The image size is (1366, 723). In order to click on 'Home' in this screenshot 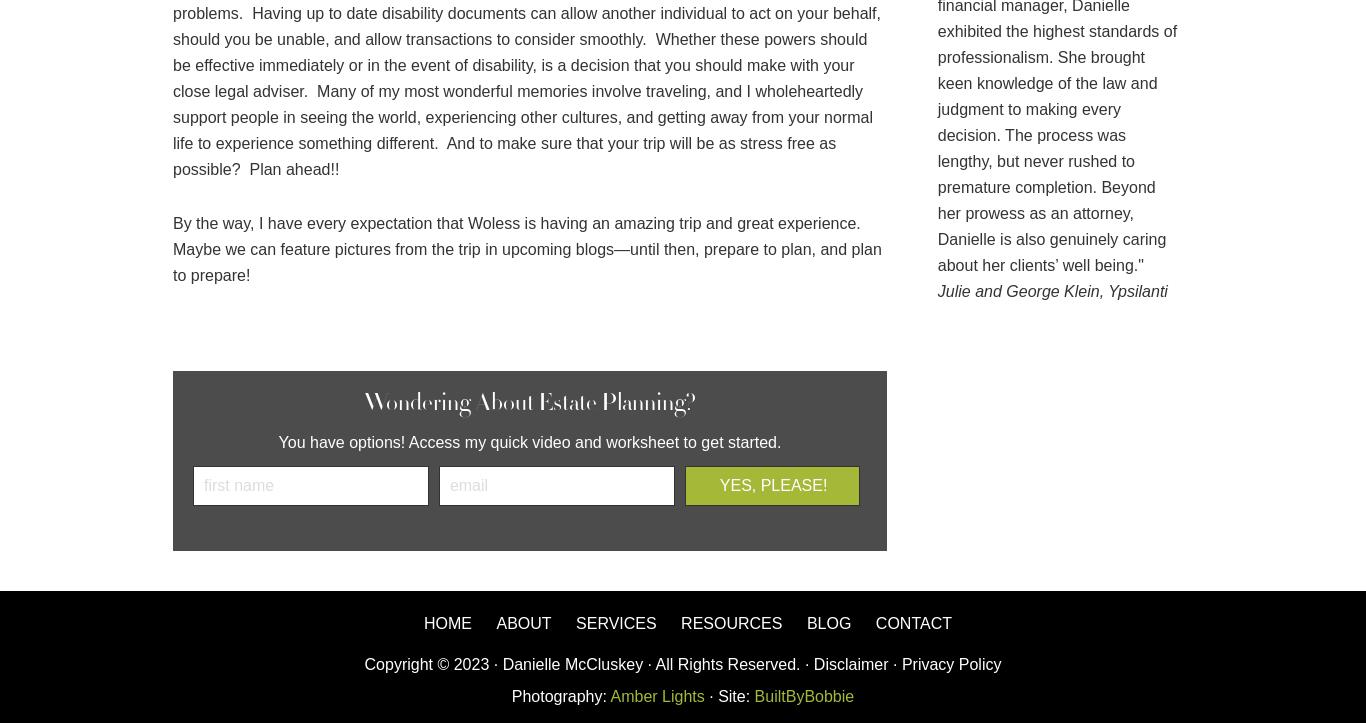, I will do `click(447, 623)`.